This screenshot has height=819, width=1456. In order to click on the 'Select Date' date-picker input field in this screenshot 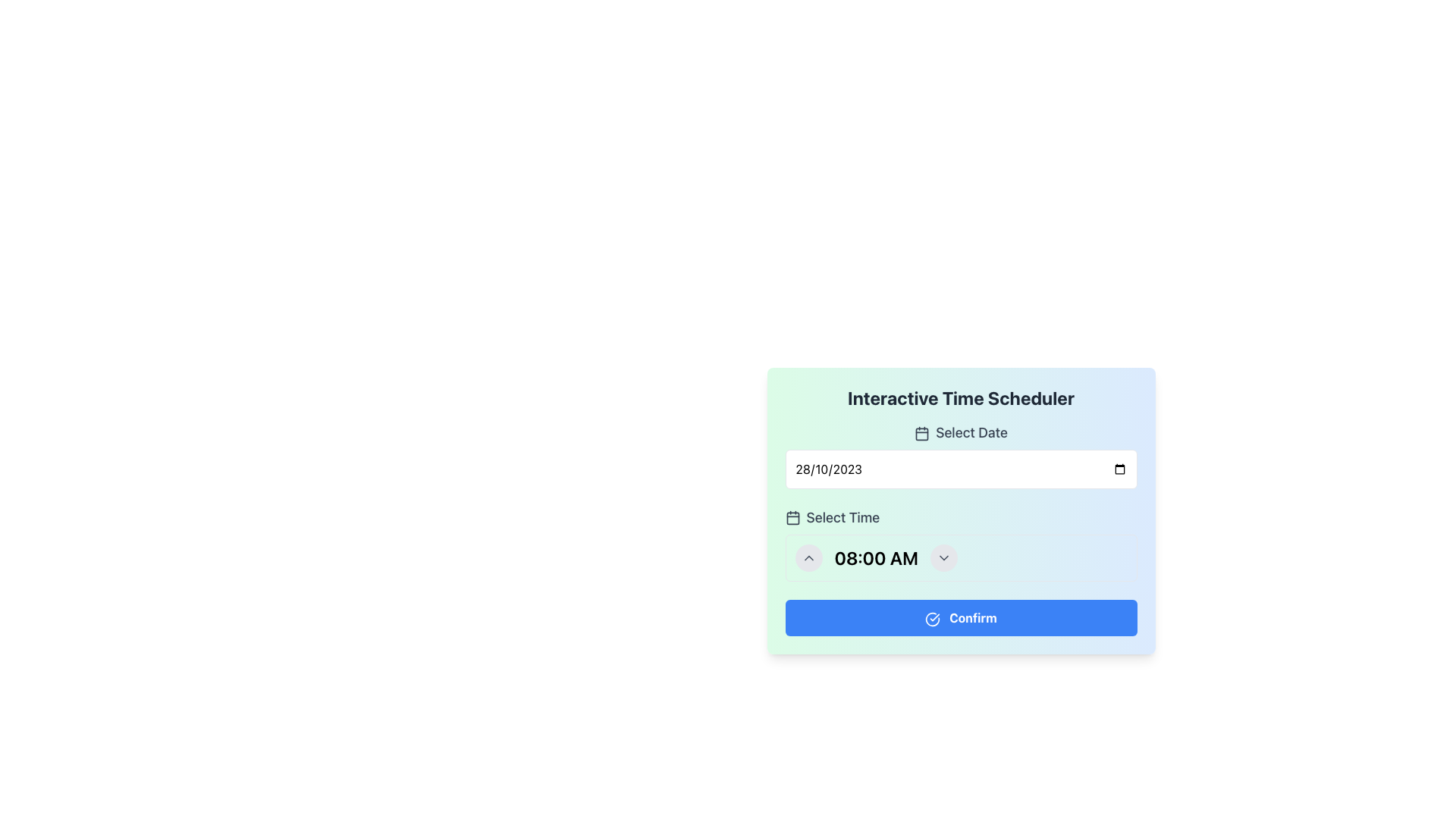, I will do `click(960, 455)`.